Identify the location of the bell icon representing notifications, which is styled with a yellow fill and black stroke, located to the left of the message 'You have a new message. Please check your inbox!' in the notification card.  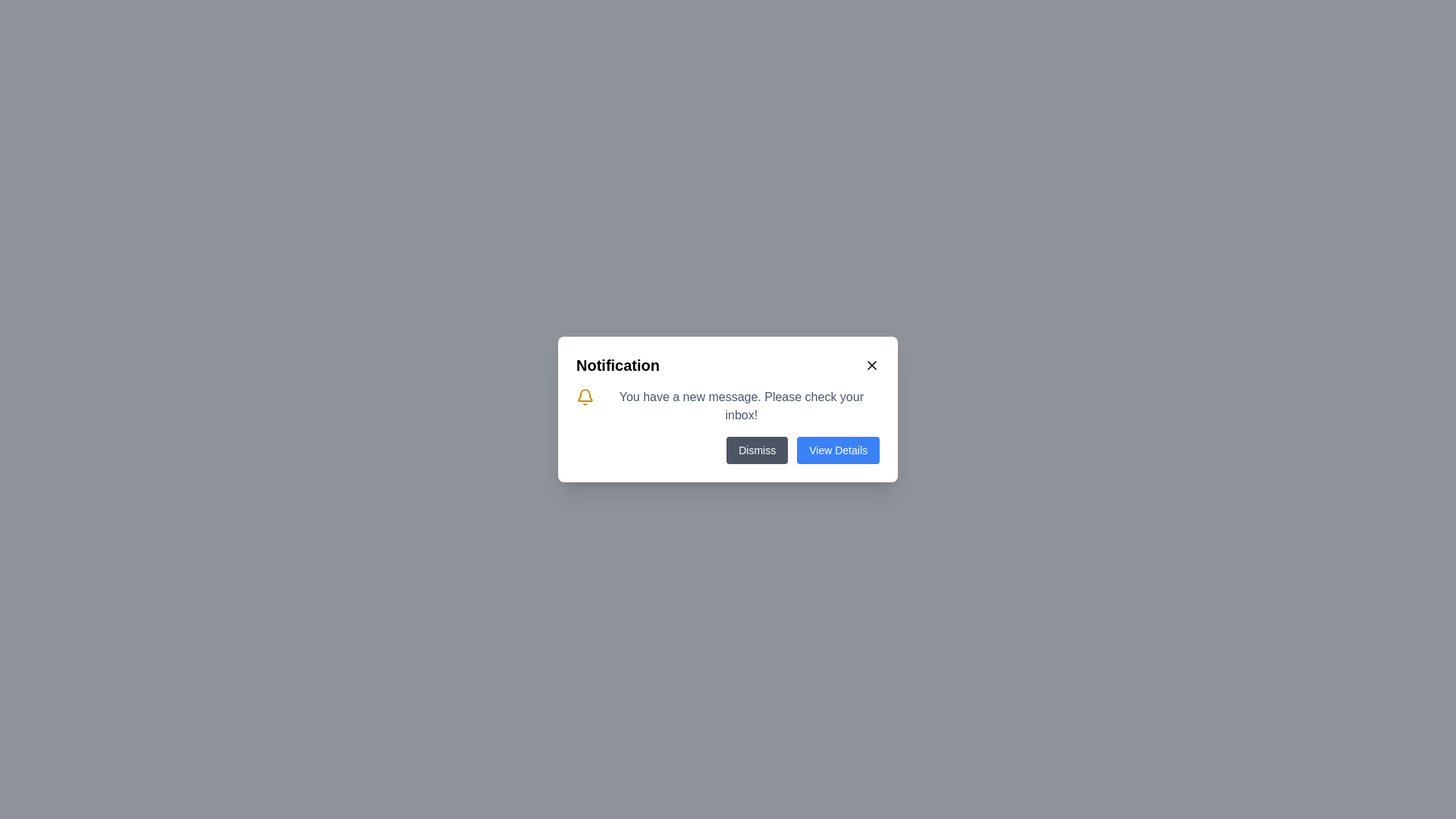
(584, 397).